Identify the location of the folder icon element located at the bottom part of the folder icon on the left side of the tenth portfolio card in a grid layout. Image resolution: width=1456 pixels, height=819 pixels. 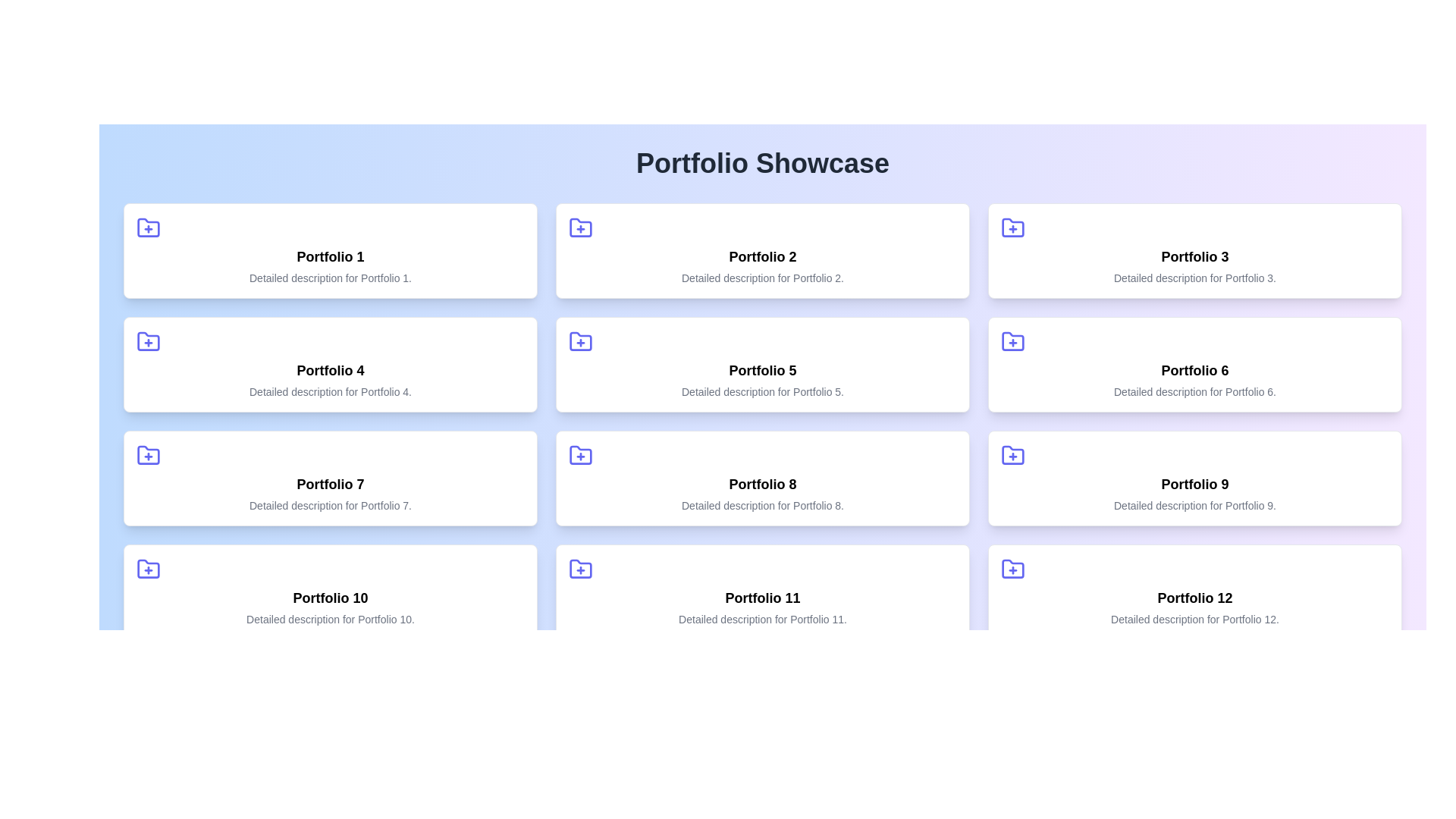
(149, 568).